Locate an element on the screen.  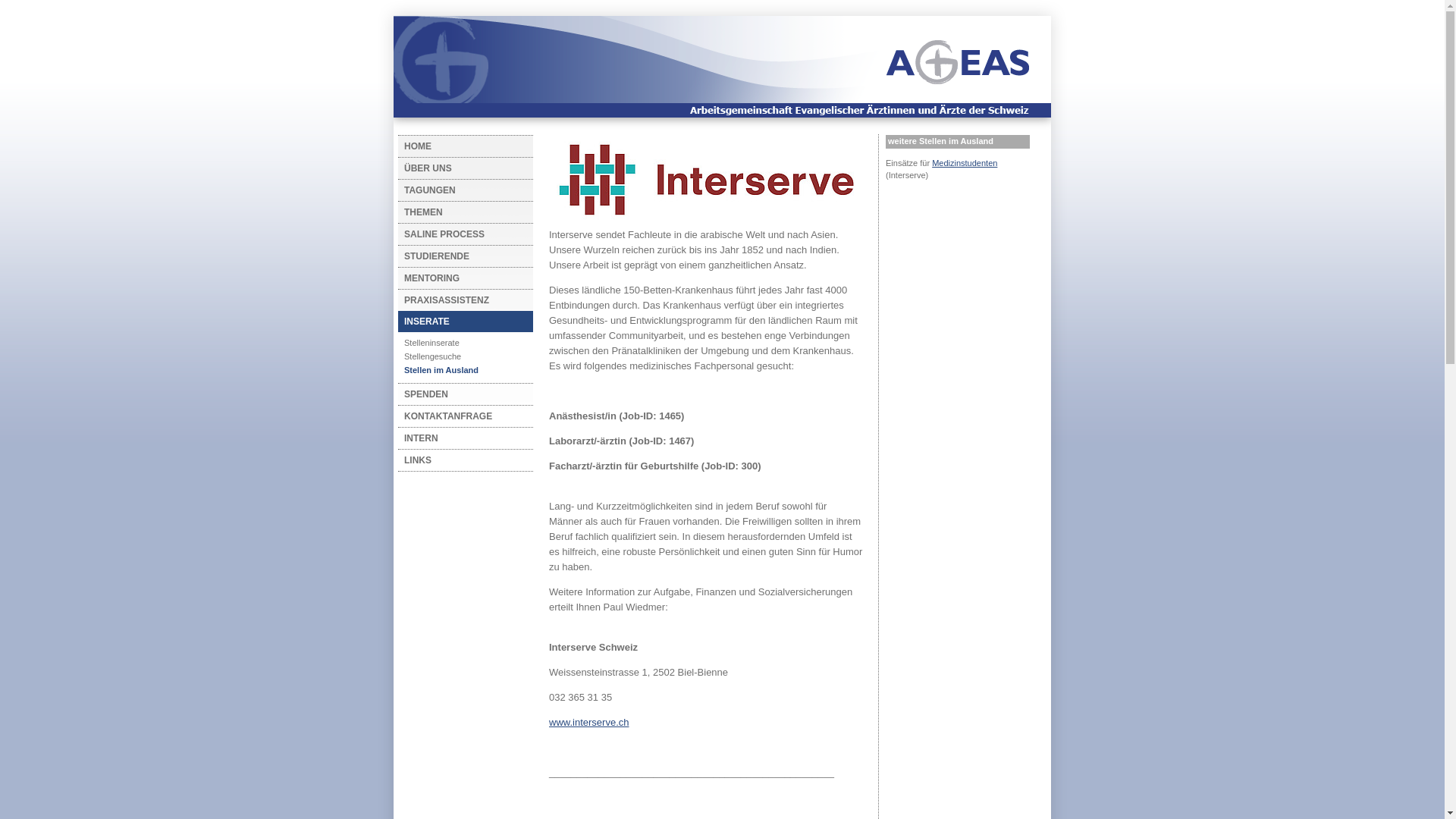
'HOME' is located at coordinates (460, 146).